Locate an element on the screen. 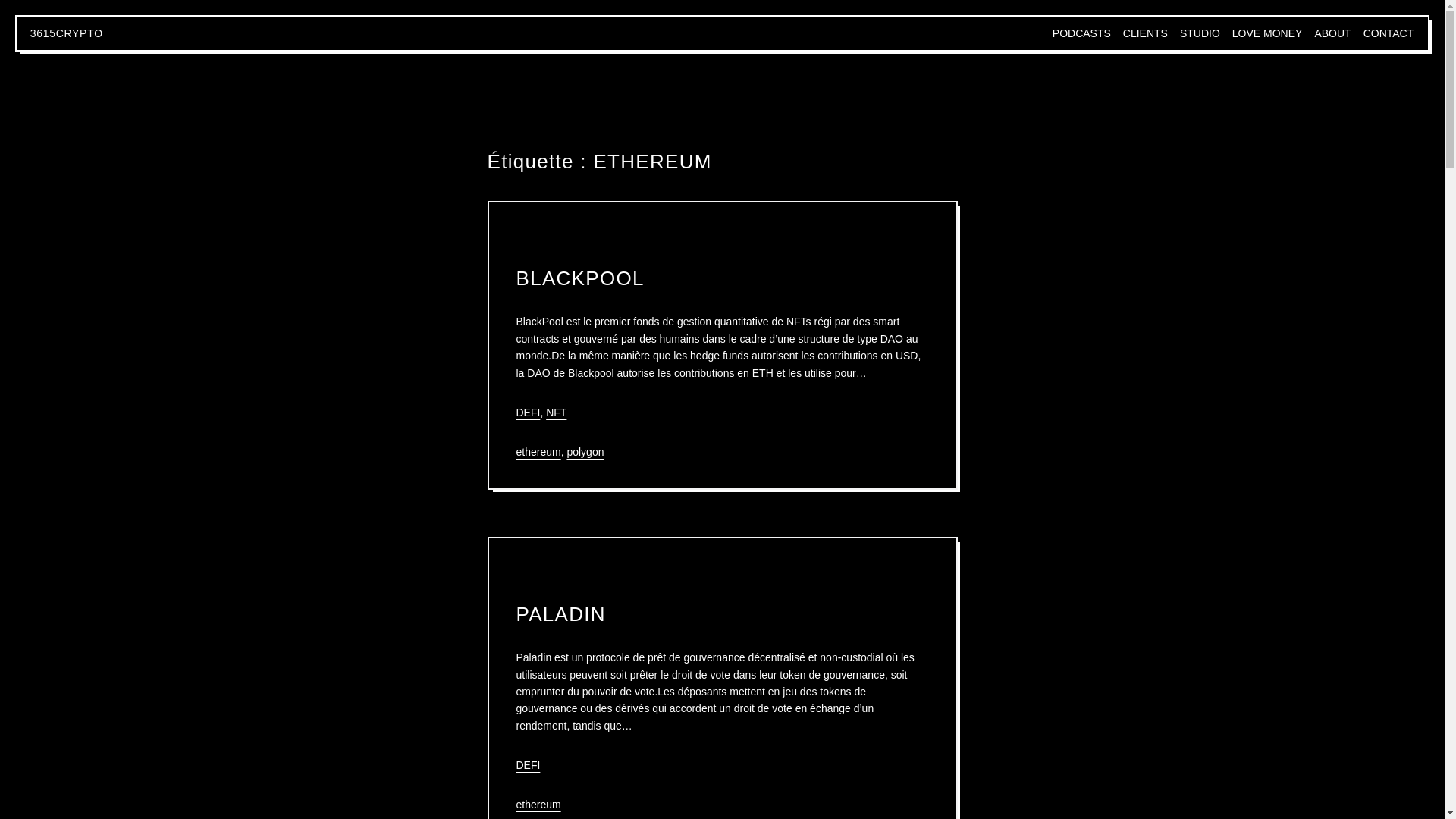  'DEFI' is located at coordinates (528, 412).